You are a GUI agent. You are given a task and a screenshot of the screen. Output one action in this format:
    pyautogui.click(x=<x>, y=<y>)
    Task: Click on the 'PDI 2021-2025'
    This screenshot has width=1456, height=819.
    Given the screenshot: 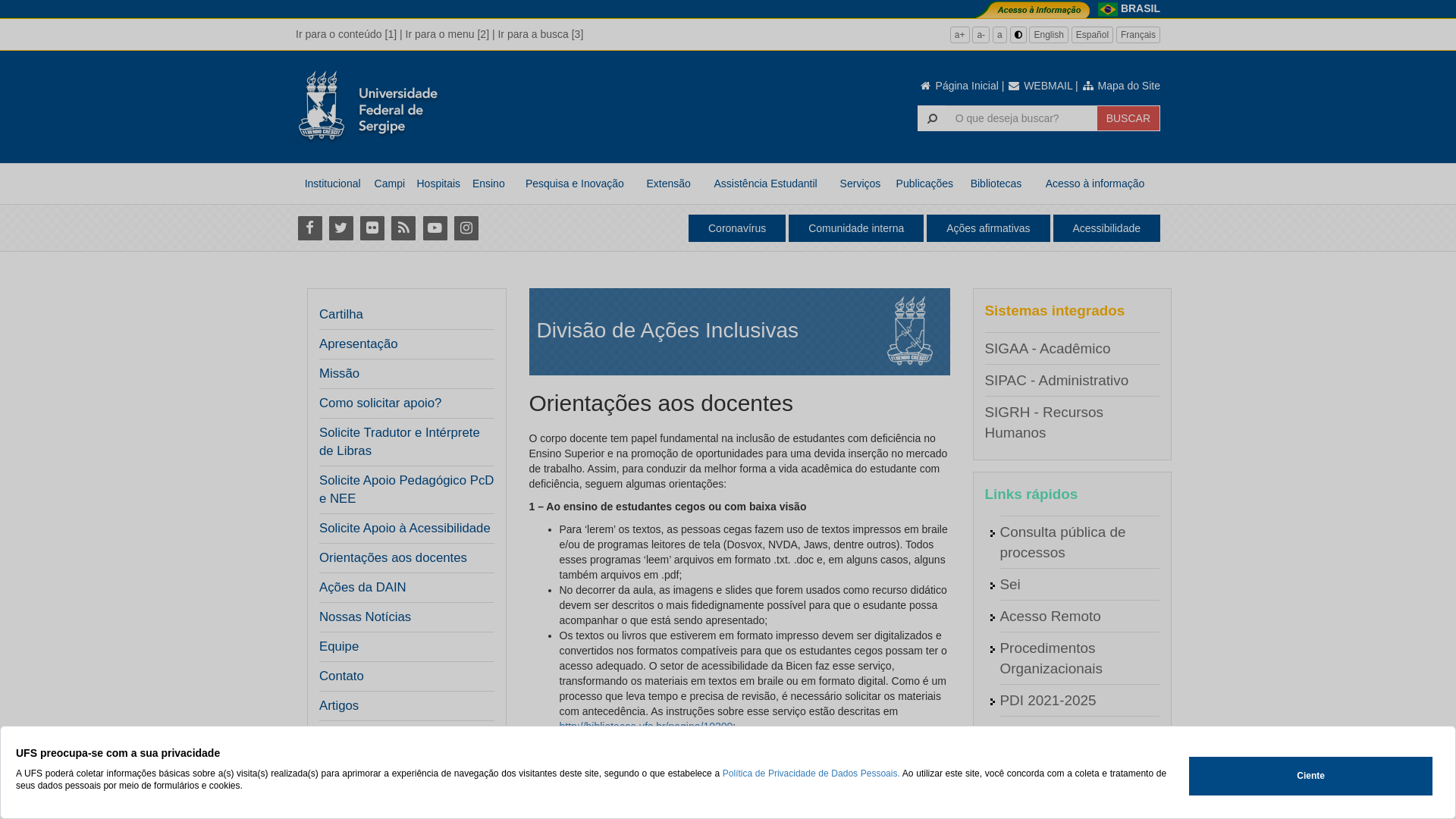 What is the action you would take?
    pyautogui.click(x=1046, y=700)
    